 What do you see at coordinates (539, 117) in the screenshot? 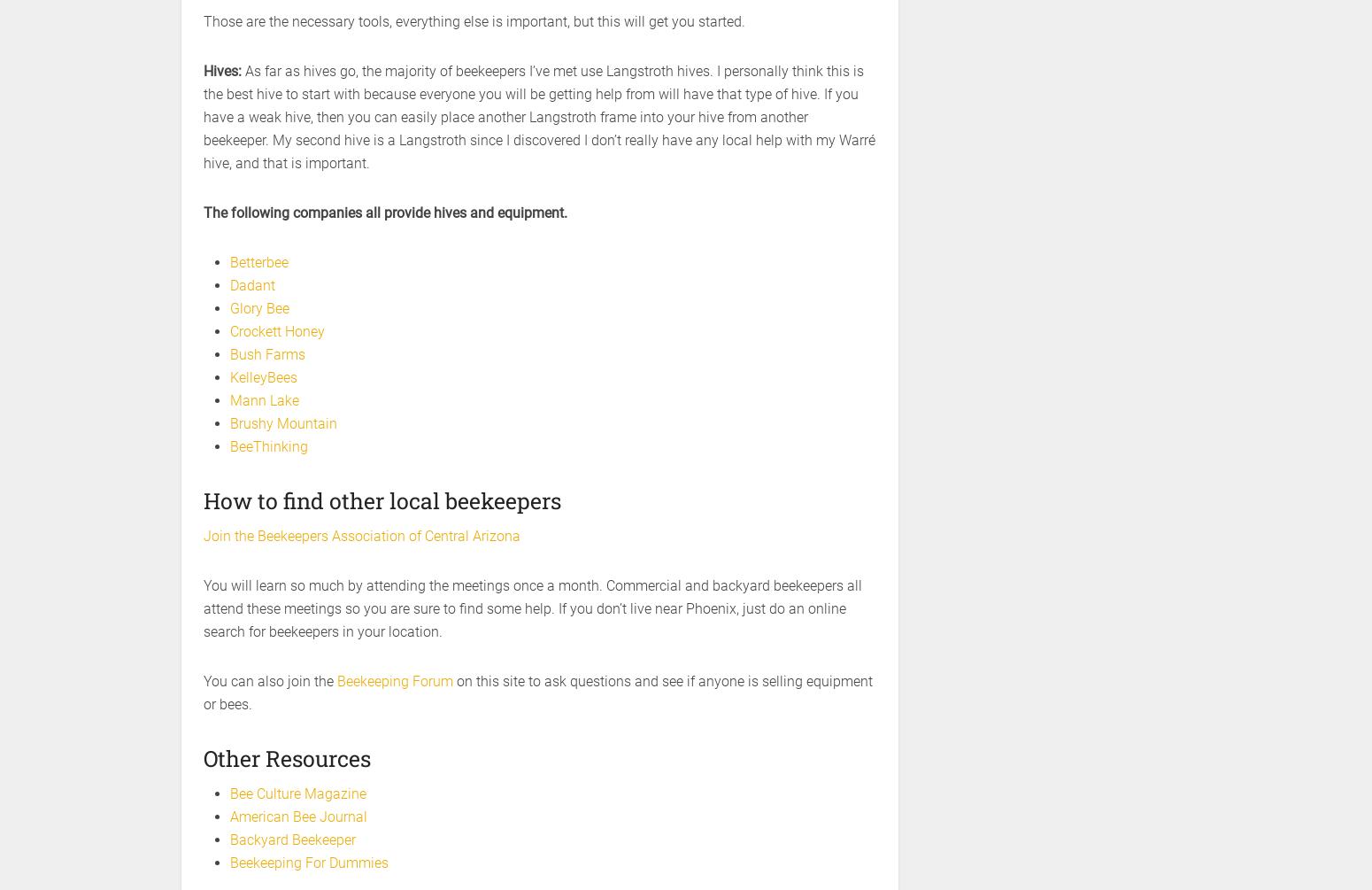
I see `'As far as hives go, the majority of beekeepers I’ve met use Langstroth hives. I personally think this is the best hive to start with because everyone you will be getting help from will have that type of hive. If you have a weak hive, then you can easily place another Langstroth frame into your hive from another beekeeper. My second hive is a Langstroth since I discovered I don’t really have any local help with my Warré hive, and that is important.'` at bounding box center [539, 117].